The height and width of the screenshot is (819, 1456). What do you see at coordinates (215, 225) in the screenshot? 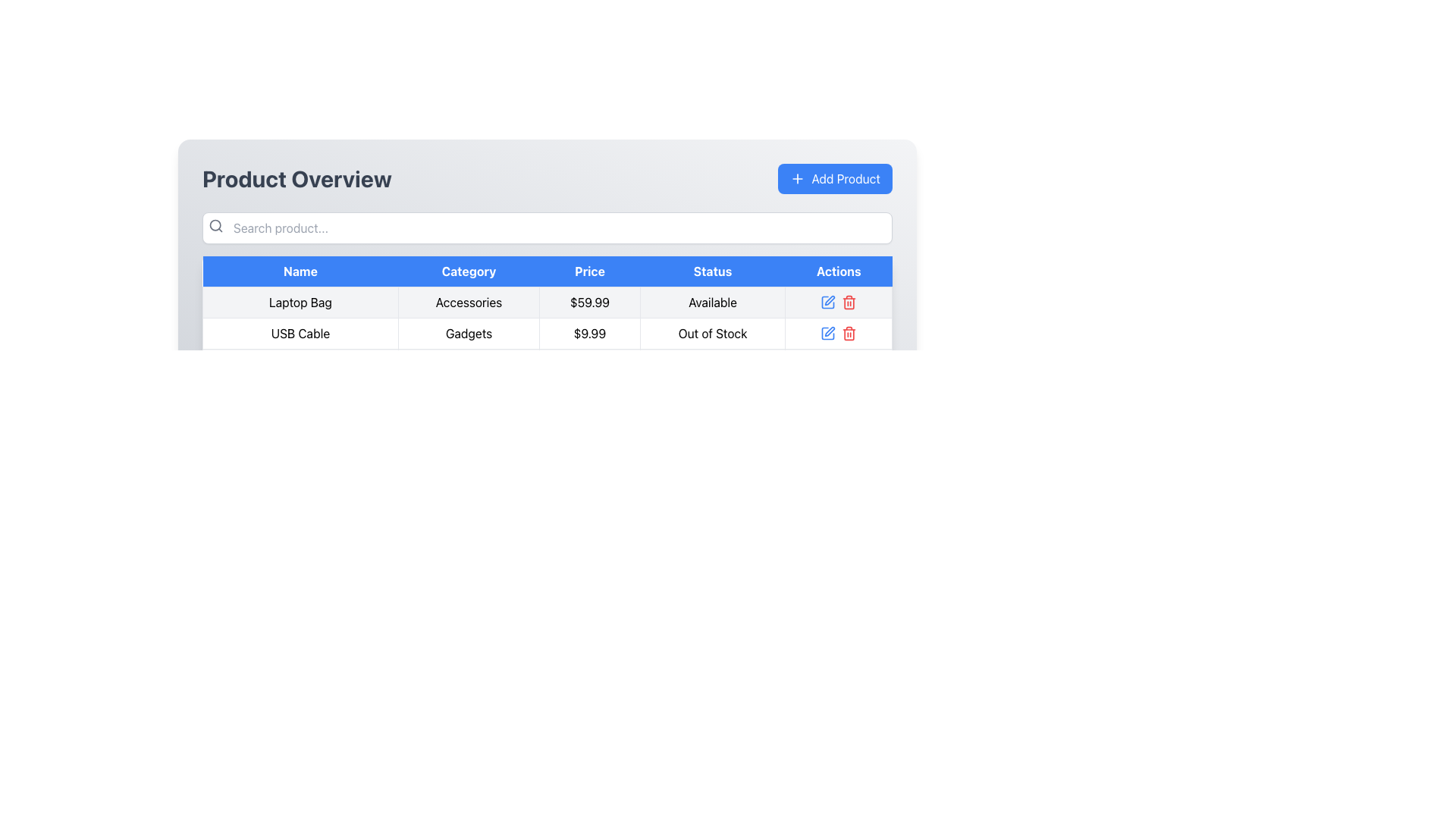
I see `the magnifying glass icon, which is styled as an outline and located to the left of the 'Search product...' input box` at bounding box center [215, 225].